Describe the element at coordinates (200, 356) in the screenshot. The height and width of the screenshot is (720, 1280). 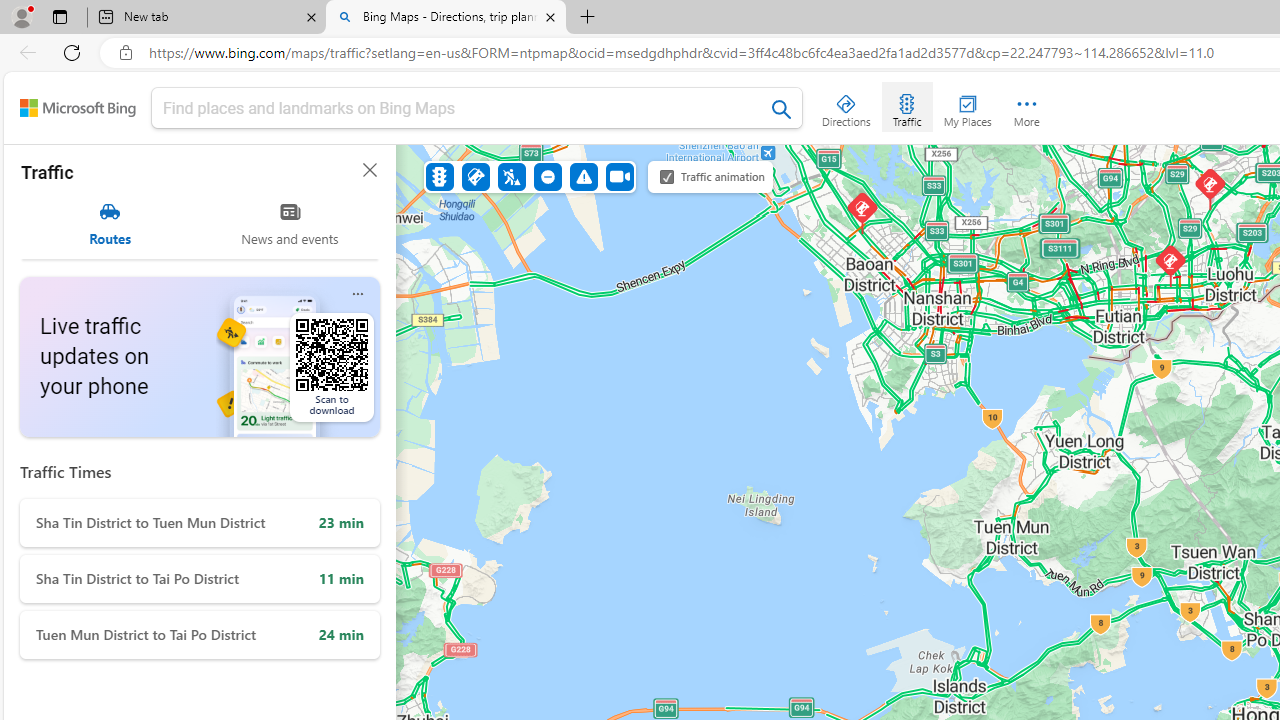
I see `'Live traffic updates on your phone Scan to download'` at that location.